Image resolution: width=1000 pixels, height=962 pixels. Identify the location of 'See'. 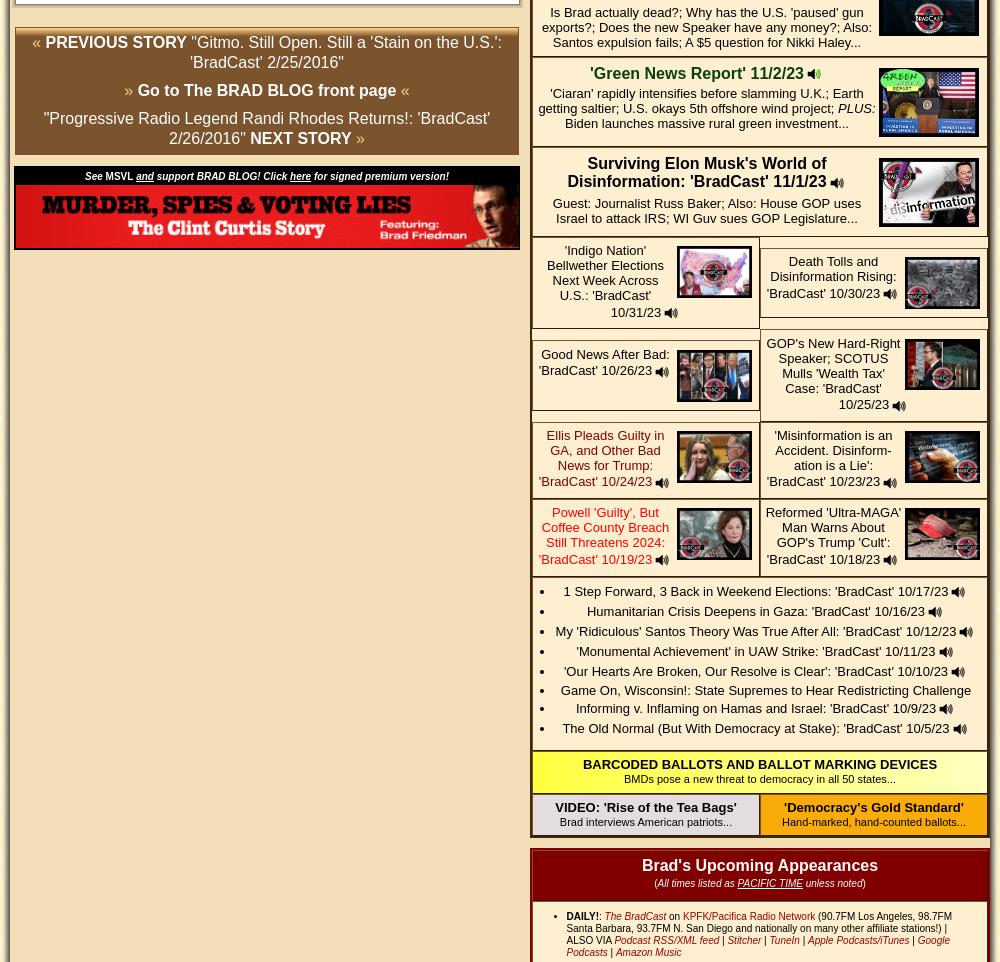
(94, 176).